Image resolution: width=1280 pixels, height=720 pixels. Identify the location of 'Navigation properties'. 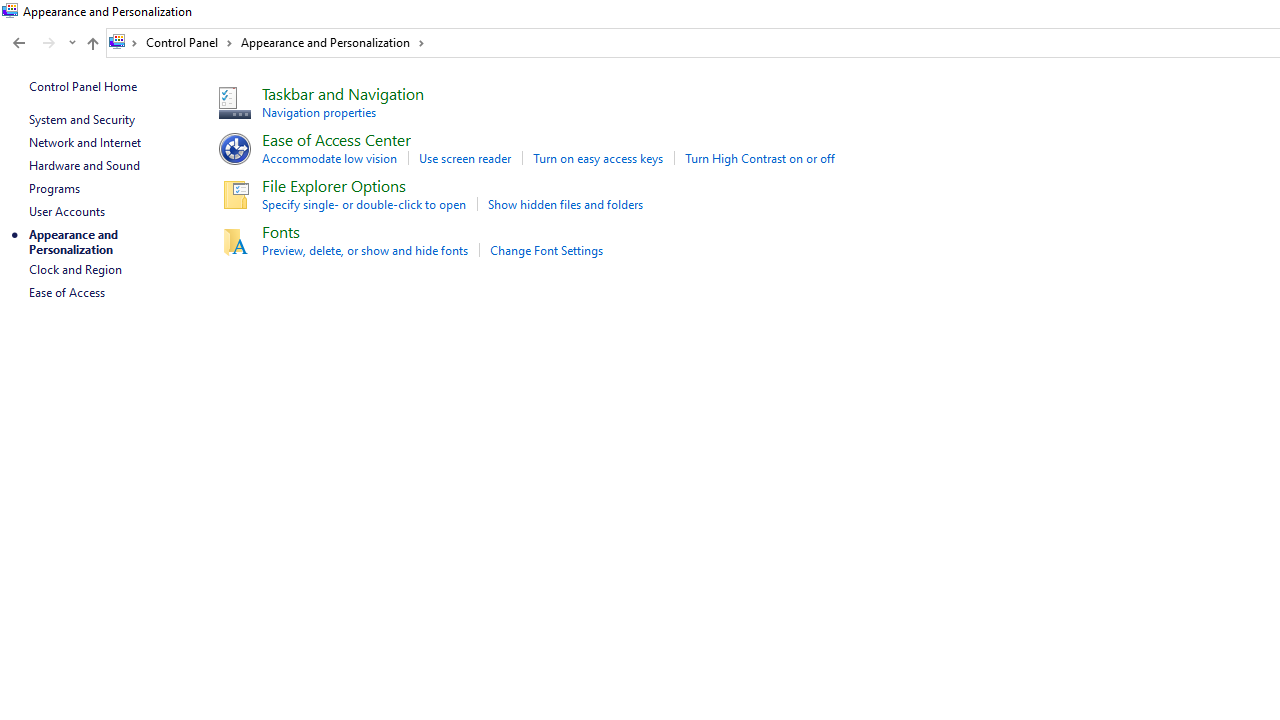
(317, 112).